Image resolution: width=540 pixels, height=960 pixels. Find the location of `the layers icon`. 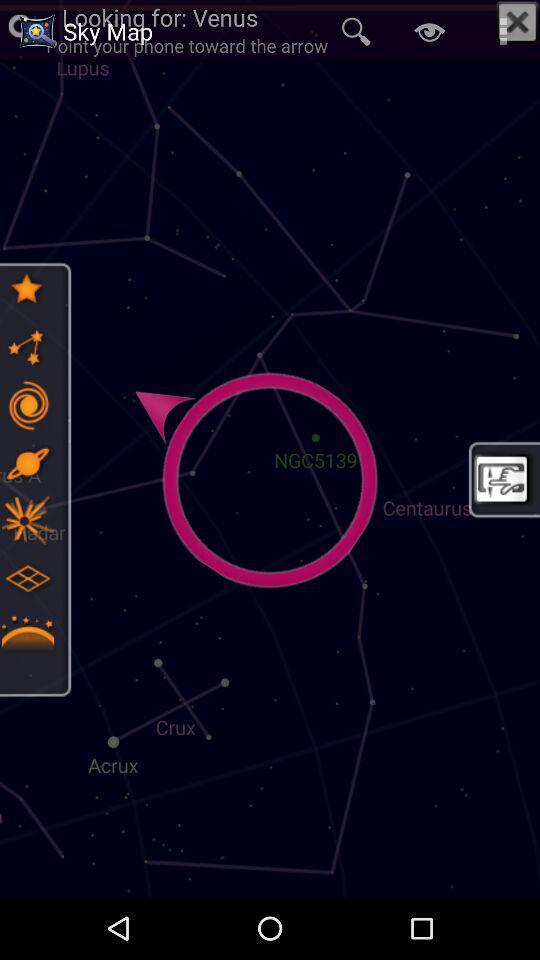

the layers icon is located at coordinates (26, 578).